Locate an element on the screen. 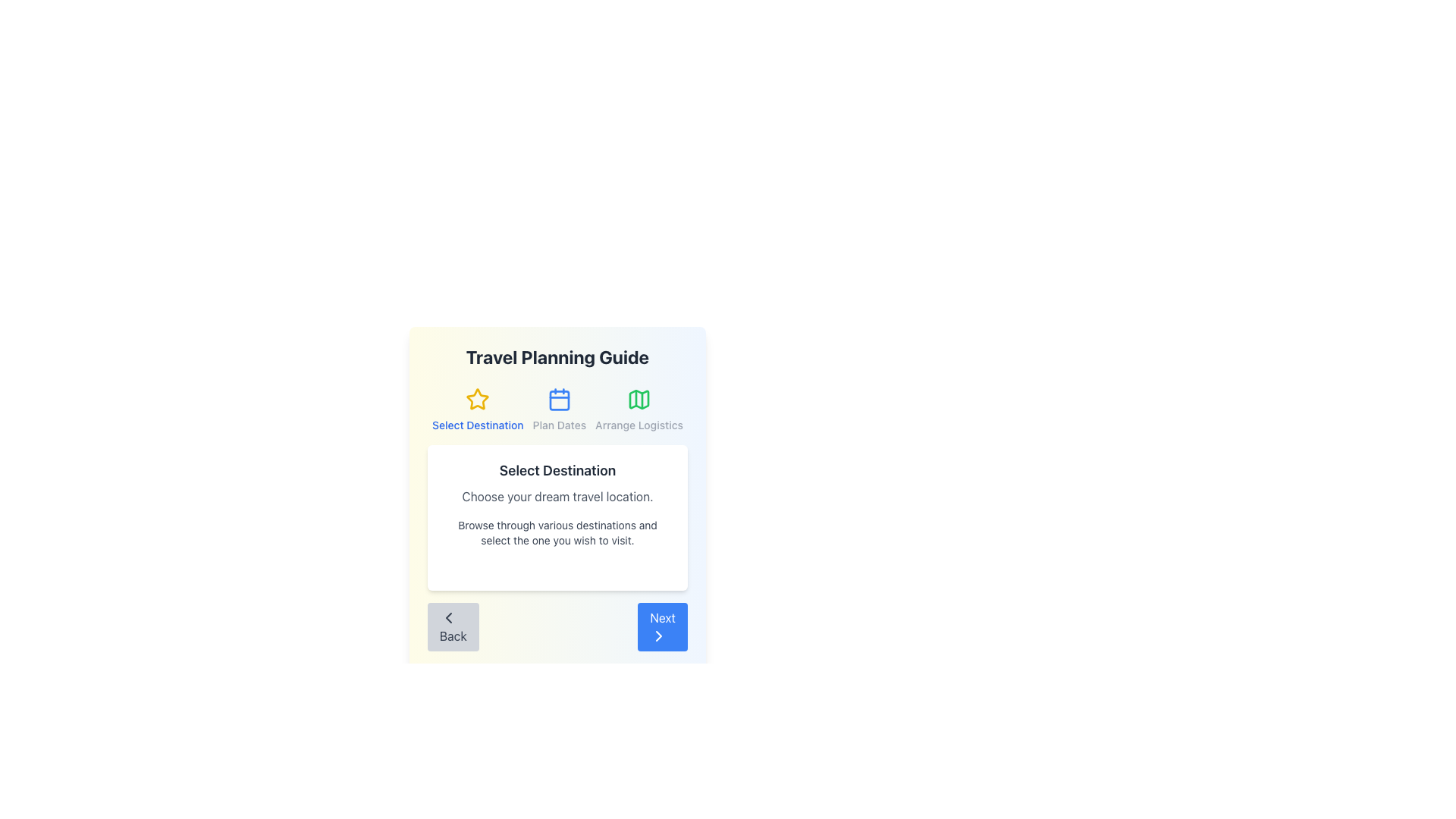  the section header Text Label that provides a title for the content below it, which includes instructions for choosing a travel location is located at coordinates (557, 470).